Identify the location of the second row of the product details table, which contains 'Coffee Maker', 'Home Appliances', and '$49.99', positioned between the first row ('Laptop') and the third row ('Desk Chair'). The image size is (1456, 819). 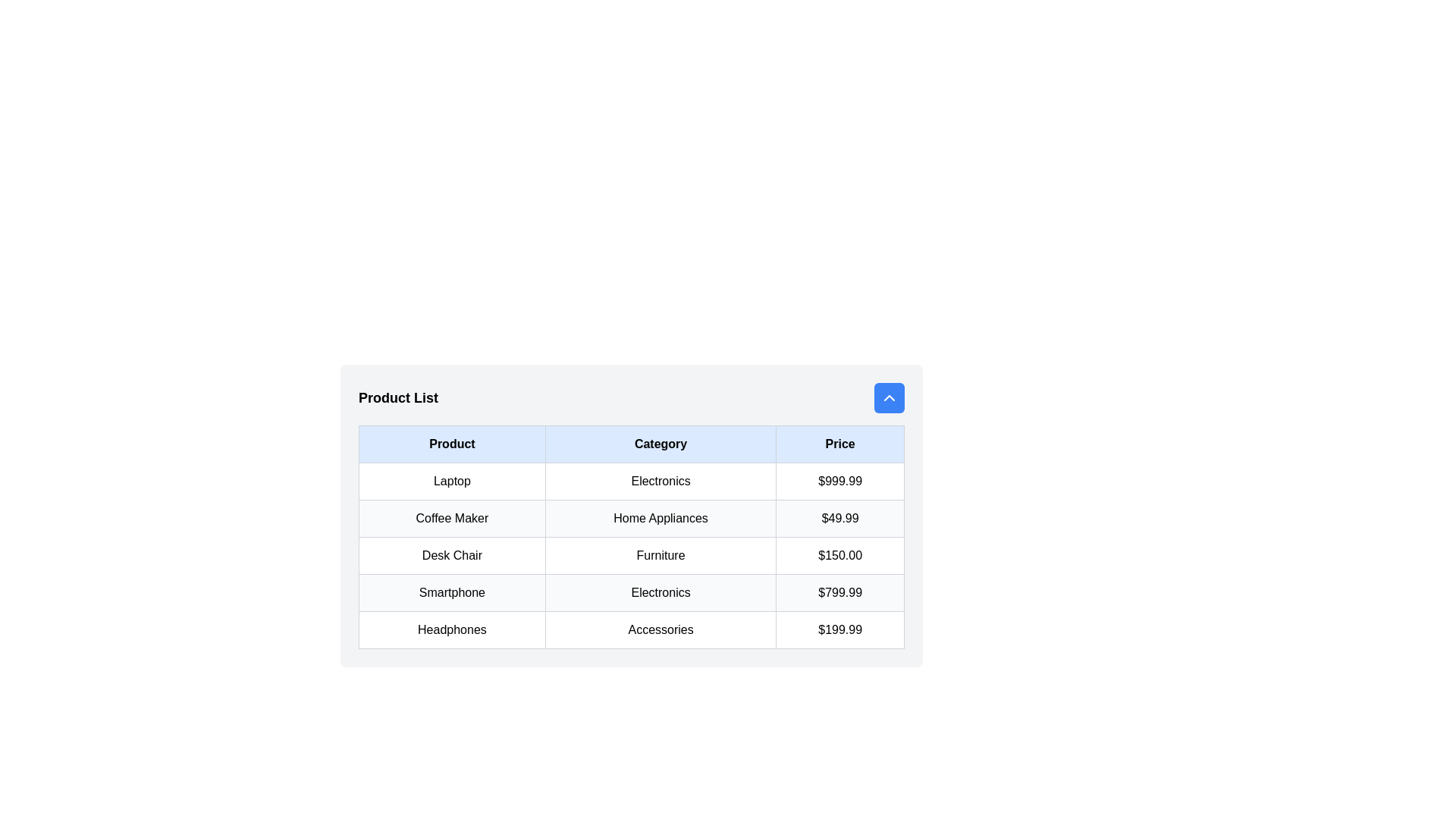
(632, 517).